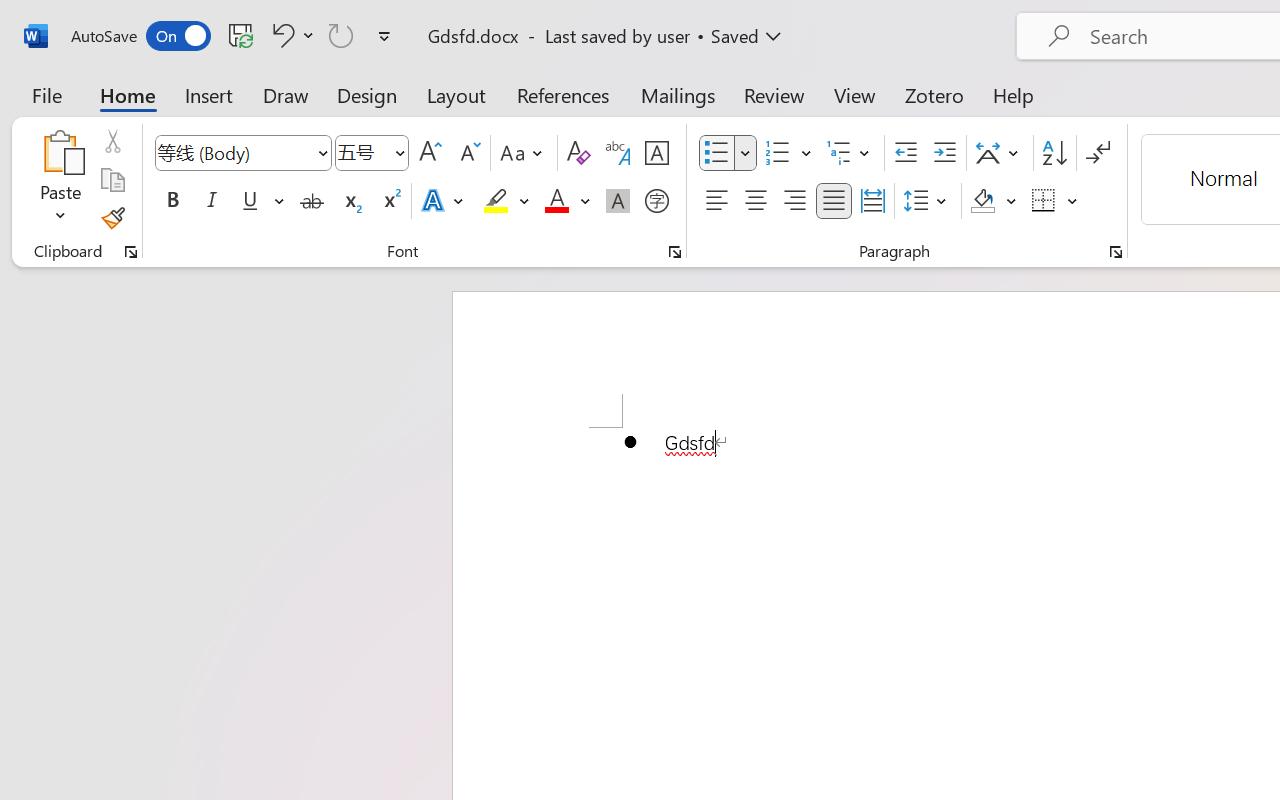  I want to click on 'Font Color Red', so click(556, 201).